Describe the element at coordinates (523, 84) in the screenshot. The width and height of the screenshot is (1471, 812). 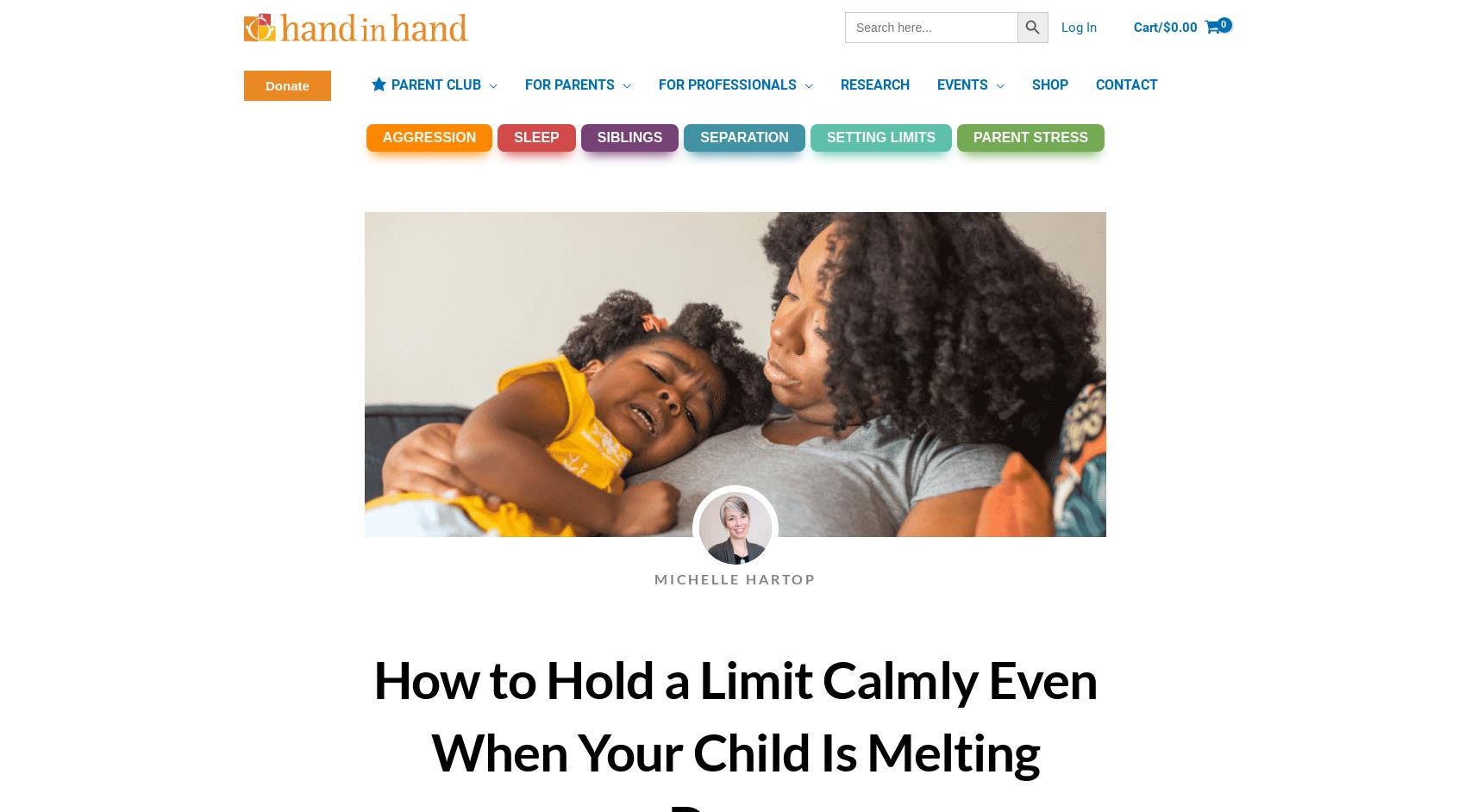
I see `'FOR PARENTS'` at that location.